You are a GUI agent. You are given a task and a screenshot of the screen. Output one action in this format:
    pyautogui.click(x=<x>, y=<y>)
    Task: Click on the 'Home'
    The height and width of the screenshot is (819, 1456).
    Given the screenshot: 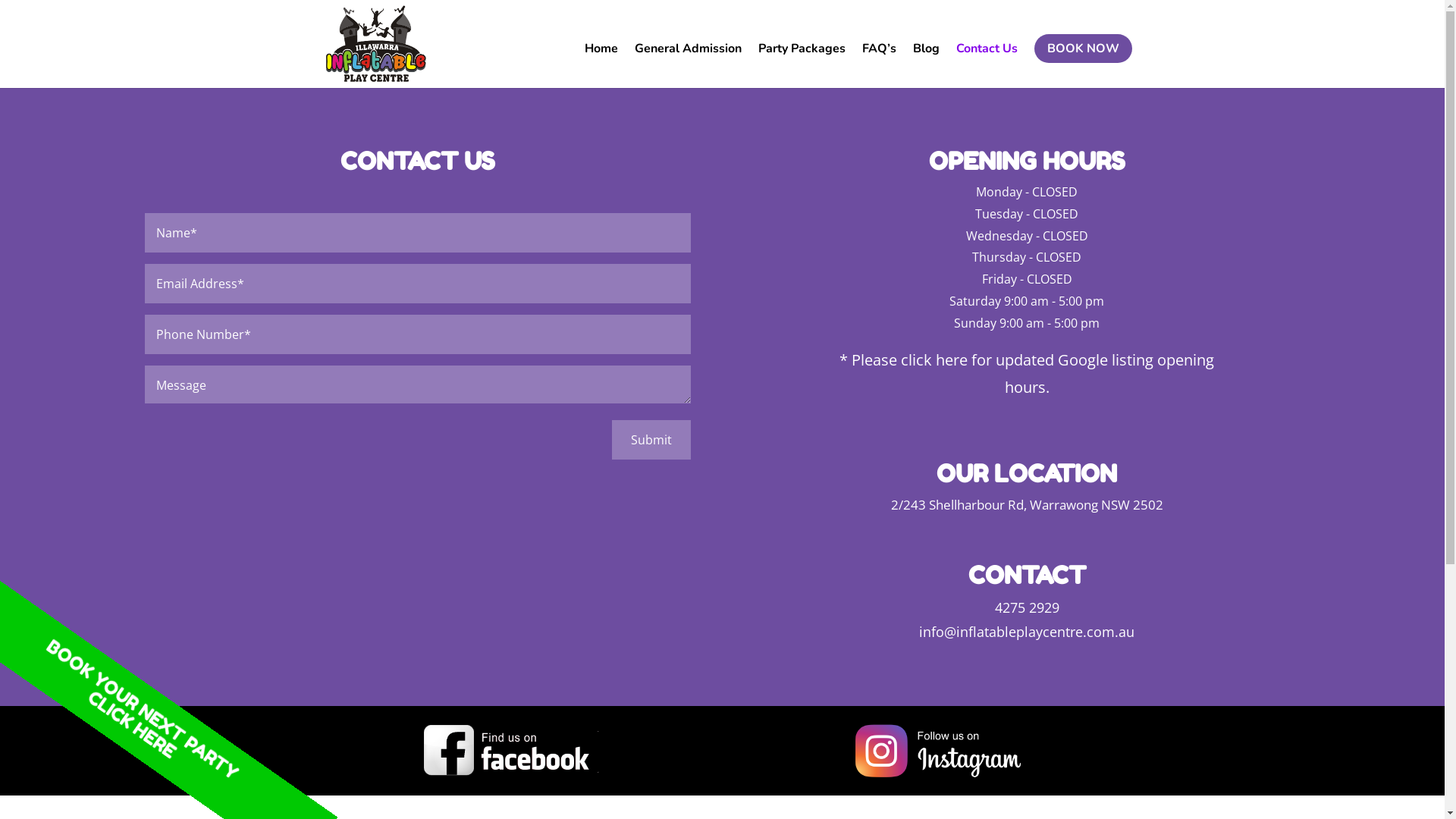 What is the action you would take?
    pyautogui.click(x=600, y=64)
    